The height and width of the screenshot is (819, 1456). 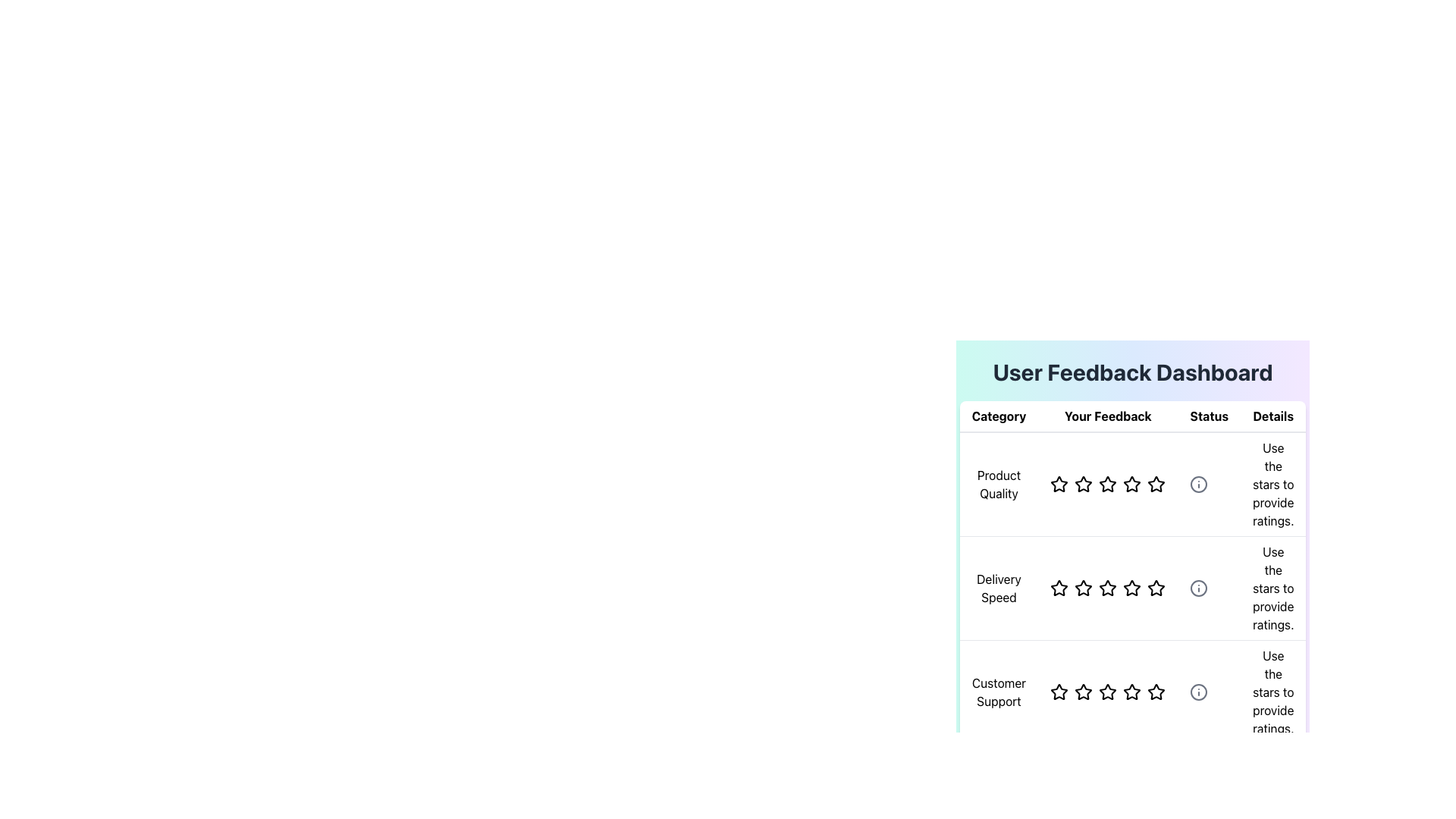 What do you see at coordinates (999, 416) in the screenshot?
I see `'Category' label located at the top-left corner of the user feedback section, styled with a bold black font and a light gray underline` at bounding box center [999, 416].